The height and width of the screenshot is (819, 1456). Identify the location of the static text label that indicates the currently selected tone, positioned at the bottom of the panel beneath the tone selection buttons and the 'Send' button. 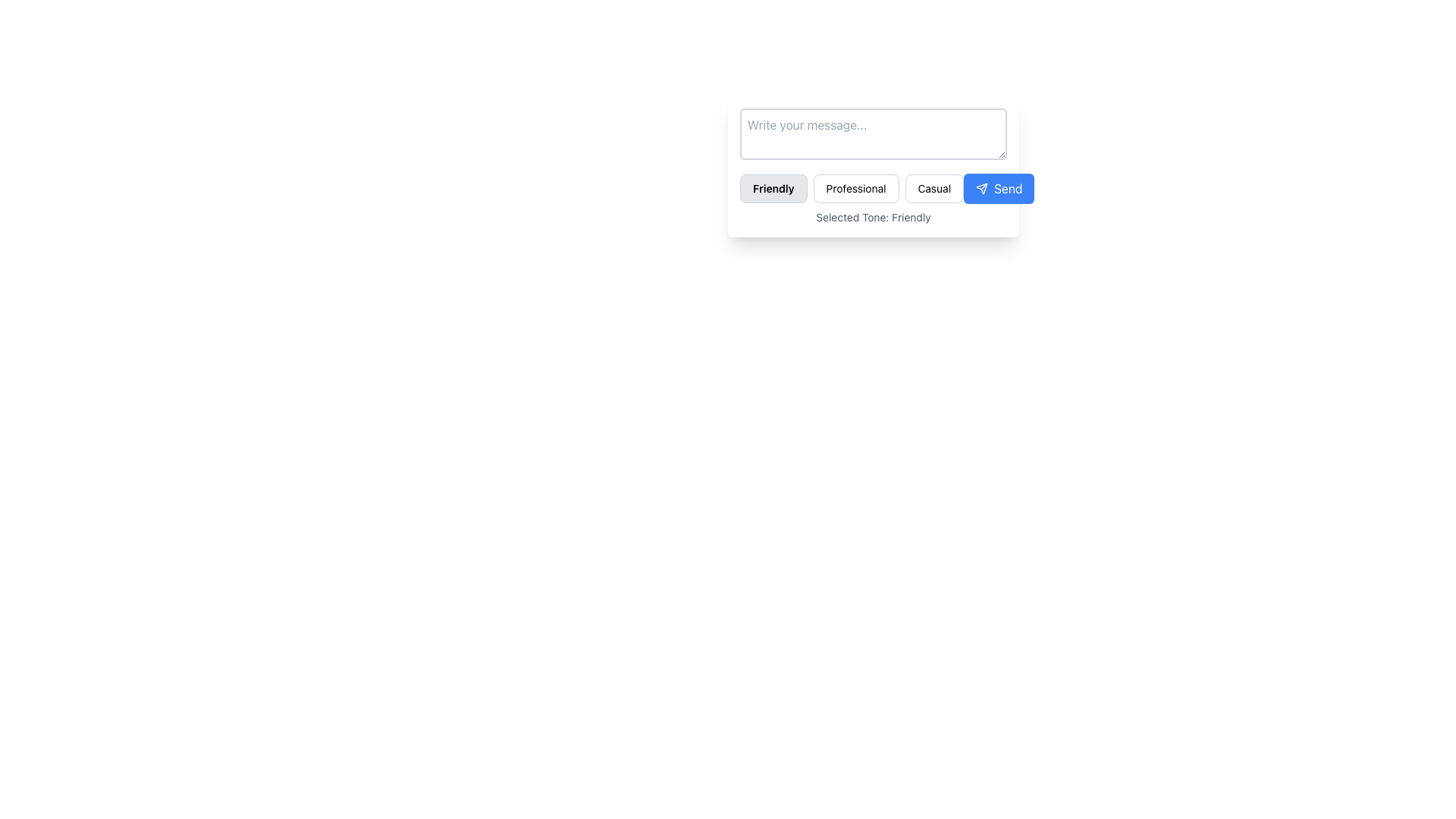
(874, 217).